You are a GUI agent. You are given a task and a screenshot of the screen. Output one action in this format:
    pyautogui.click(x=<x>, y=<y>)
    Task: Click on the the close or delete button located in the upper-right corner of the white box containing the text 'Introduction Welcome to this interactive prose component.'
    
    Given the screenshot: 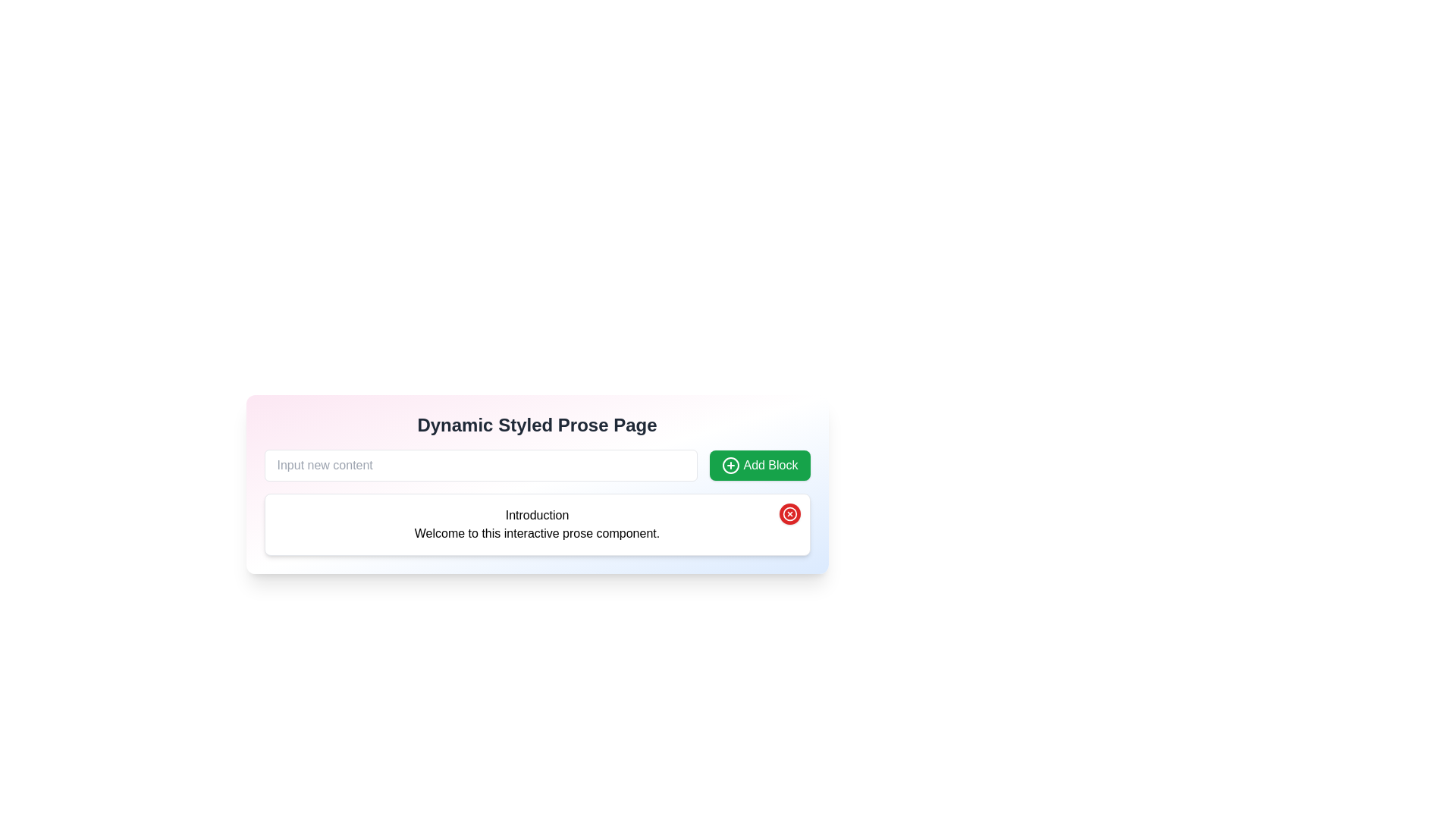 What is the action you would take?
    pyautogui.click(x=789, y=513)
    